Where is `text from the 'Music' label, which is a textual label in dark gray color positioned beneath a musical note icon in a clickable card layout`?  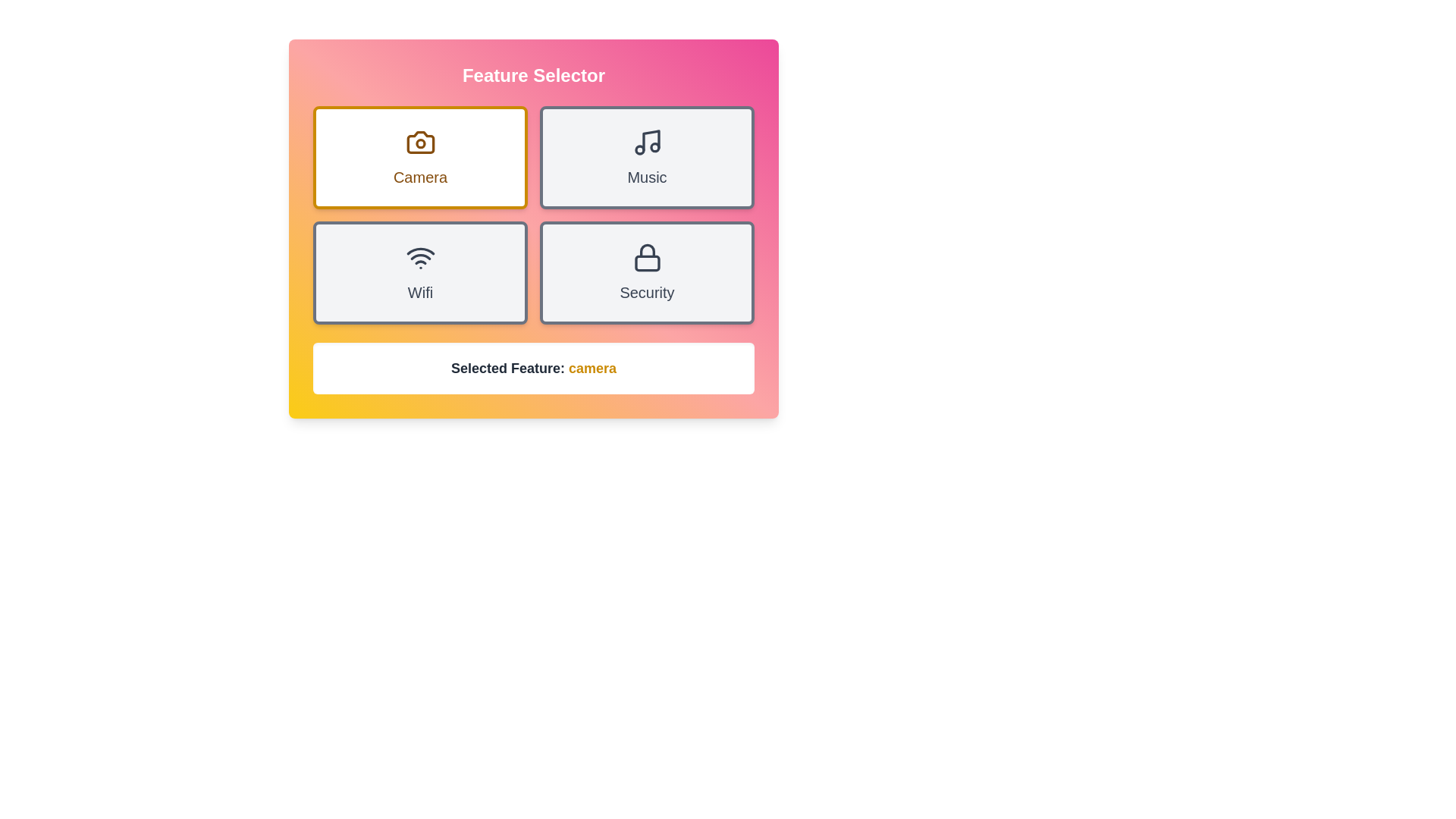
text from the 'Music' label, which is a textual label in dark gray color positioned beneath a musical note icon in a clickable card layout is located at coordinates (647, 177).